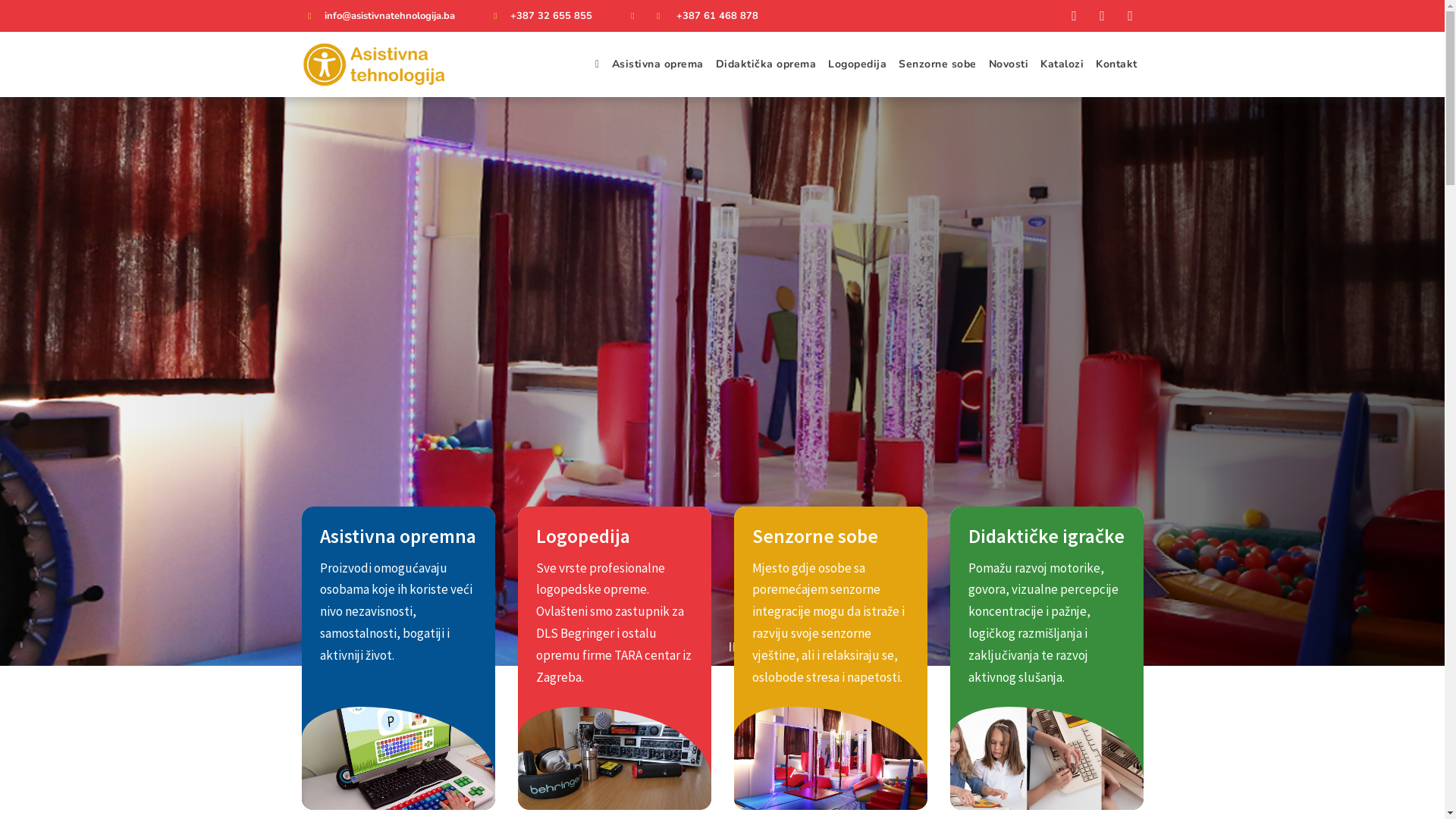  What do you see at coordinates (1009, 63) in the screenshot?
I see `'Novosti'` at bounding box center [1009, 63].